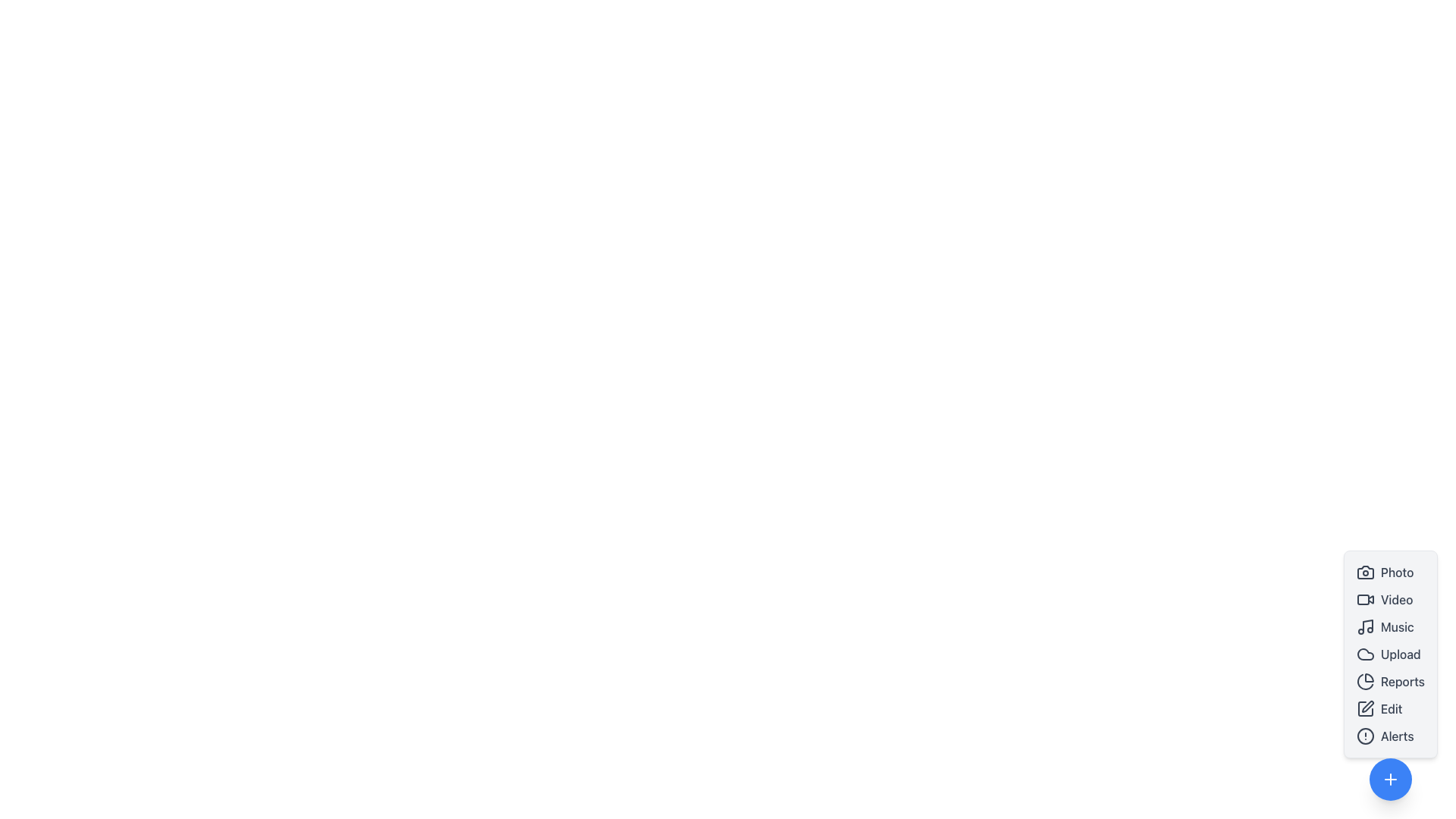 Image resolution: width=1456 pixels, height=819 pixels. What do you see at coordinates (1365, 573) in the screenshot?
I see `the camera icon located at the top of the vertical control panel on the far right of the interface` at bounding box center [1365, 573].